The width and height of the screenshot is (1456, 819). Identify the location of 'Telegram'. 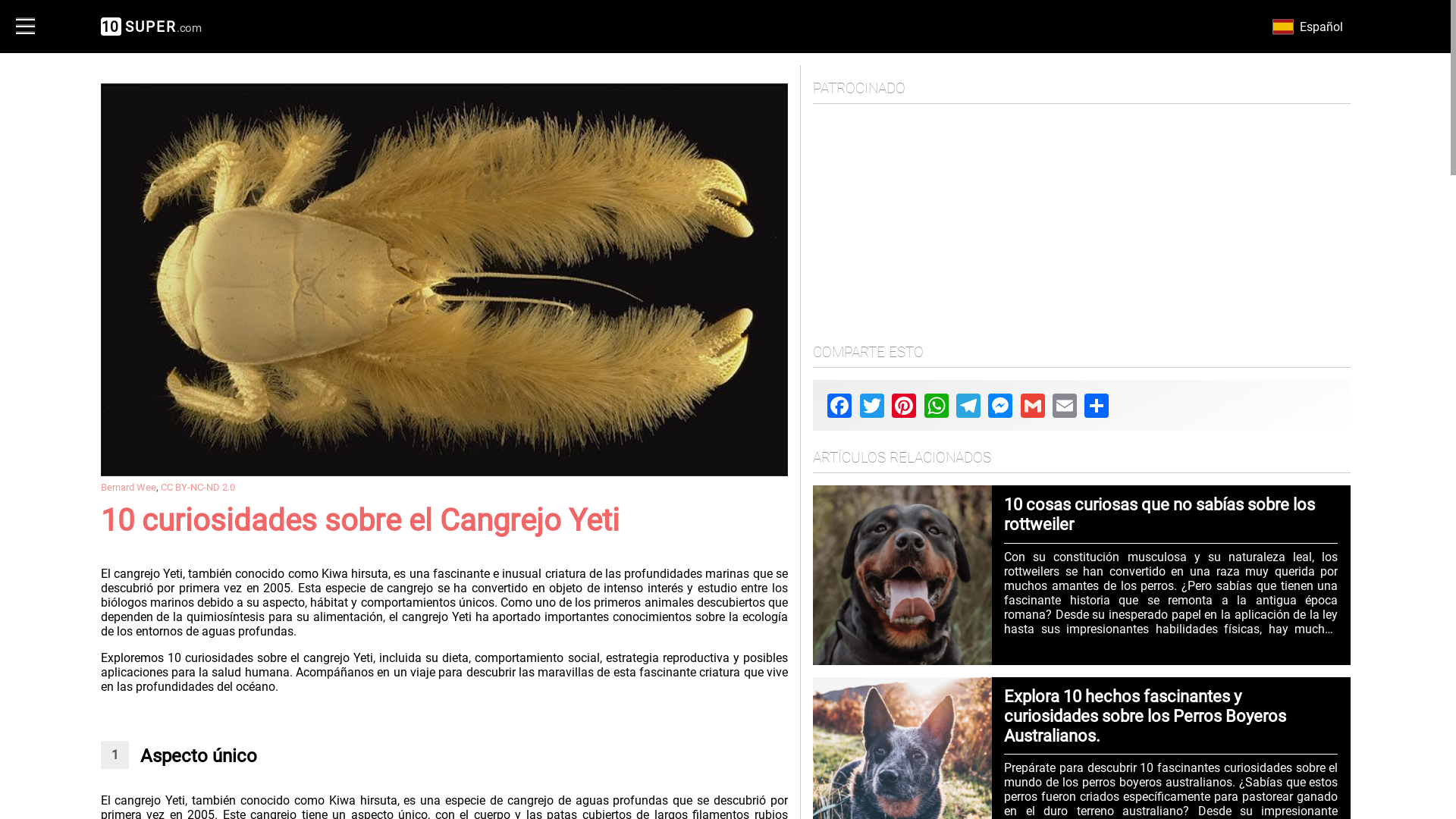
(953, 405).